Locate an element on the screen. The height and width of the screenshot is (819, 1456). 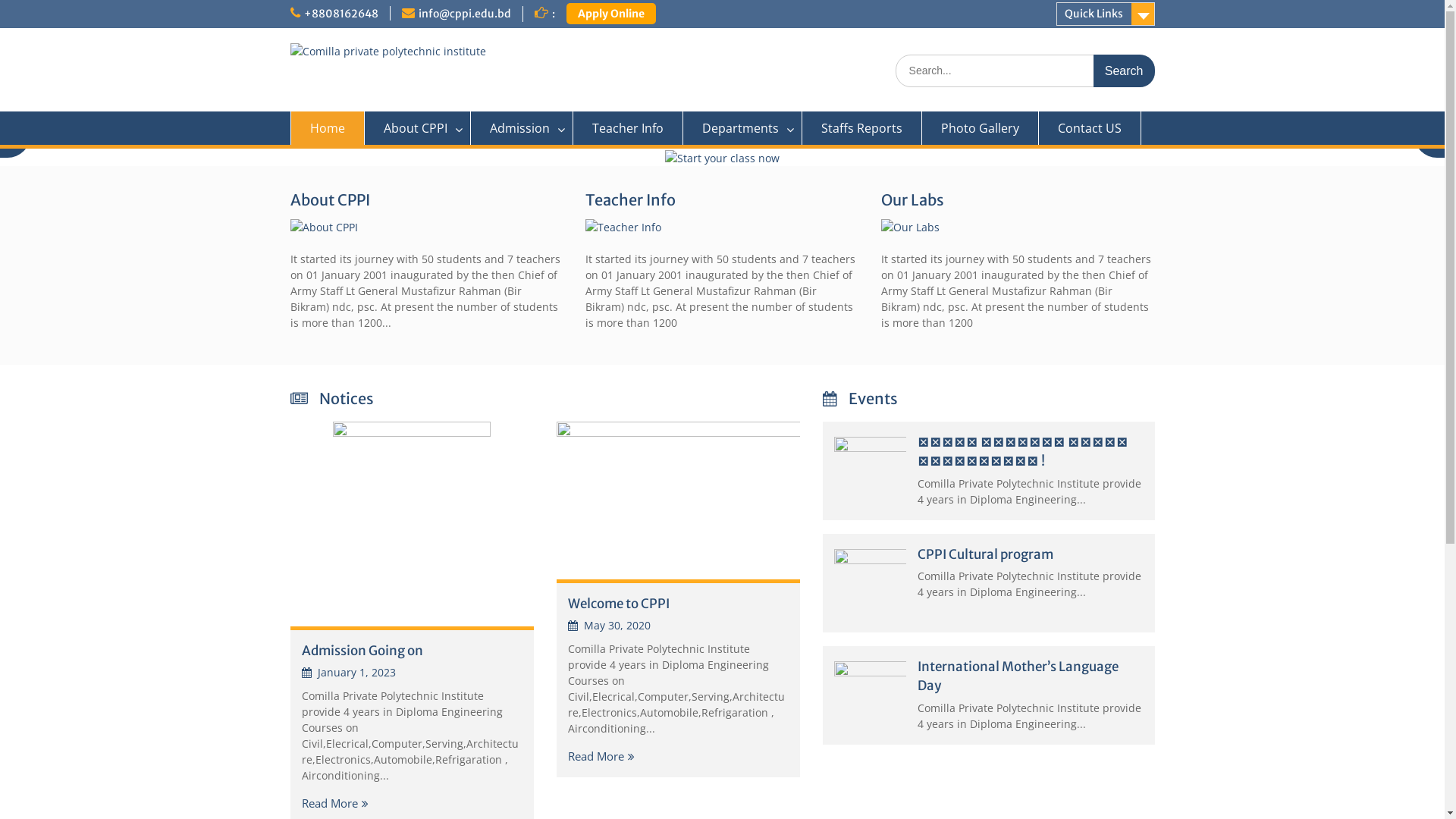
'Quick Links' is located at coordinates (1055, 14).